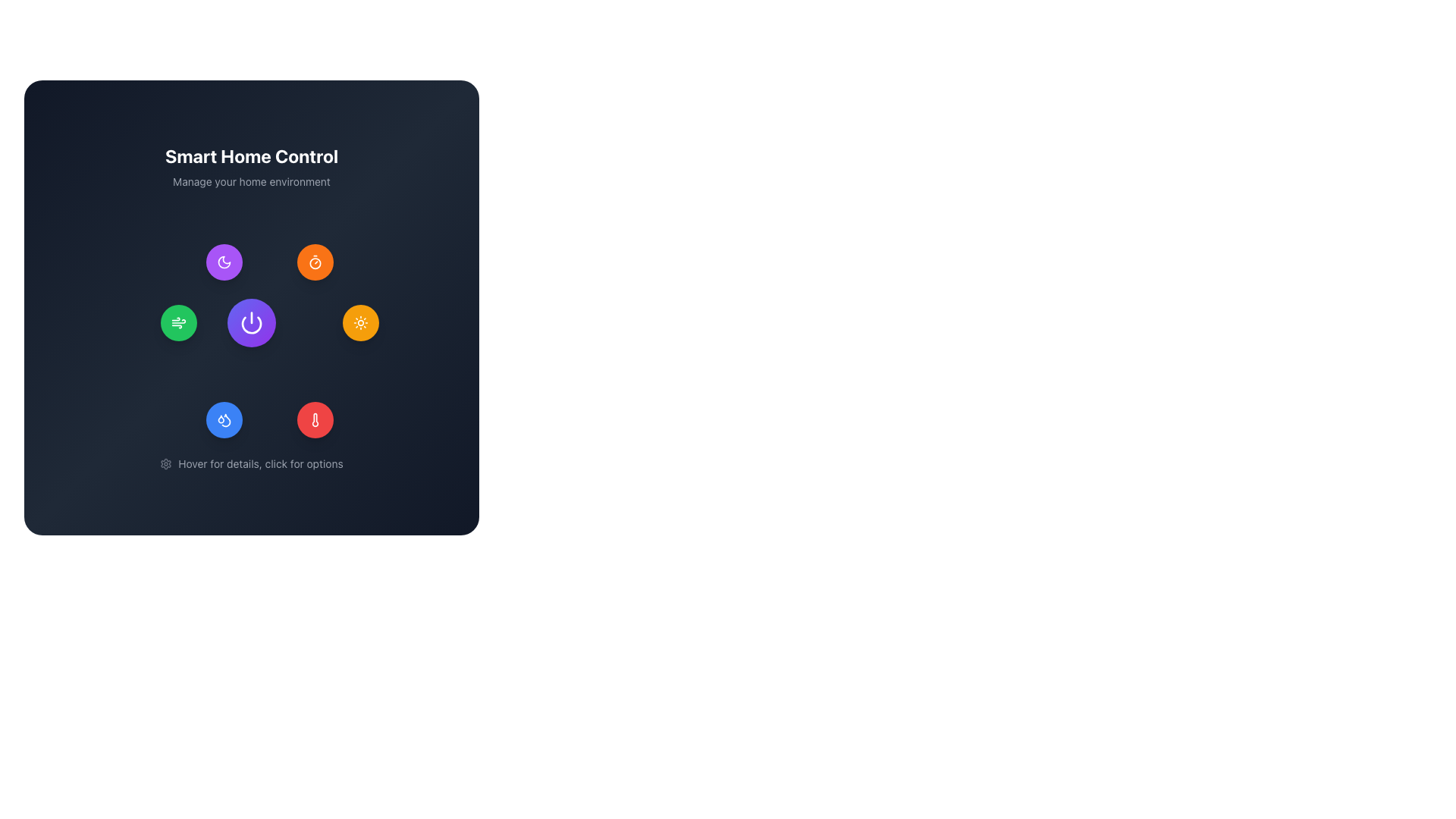 The width and height of the screenshot is (1456, 819). I want to click on the thermometer icon located within a circular red button at the bottom-right corner of the grid arrangement, so click(315, 420).